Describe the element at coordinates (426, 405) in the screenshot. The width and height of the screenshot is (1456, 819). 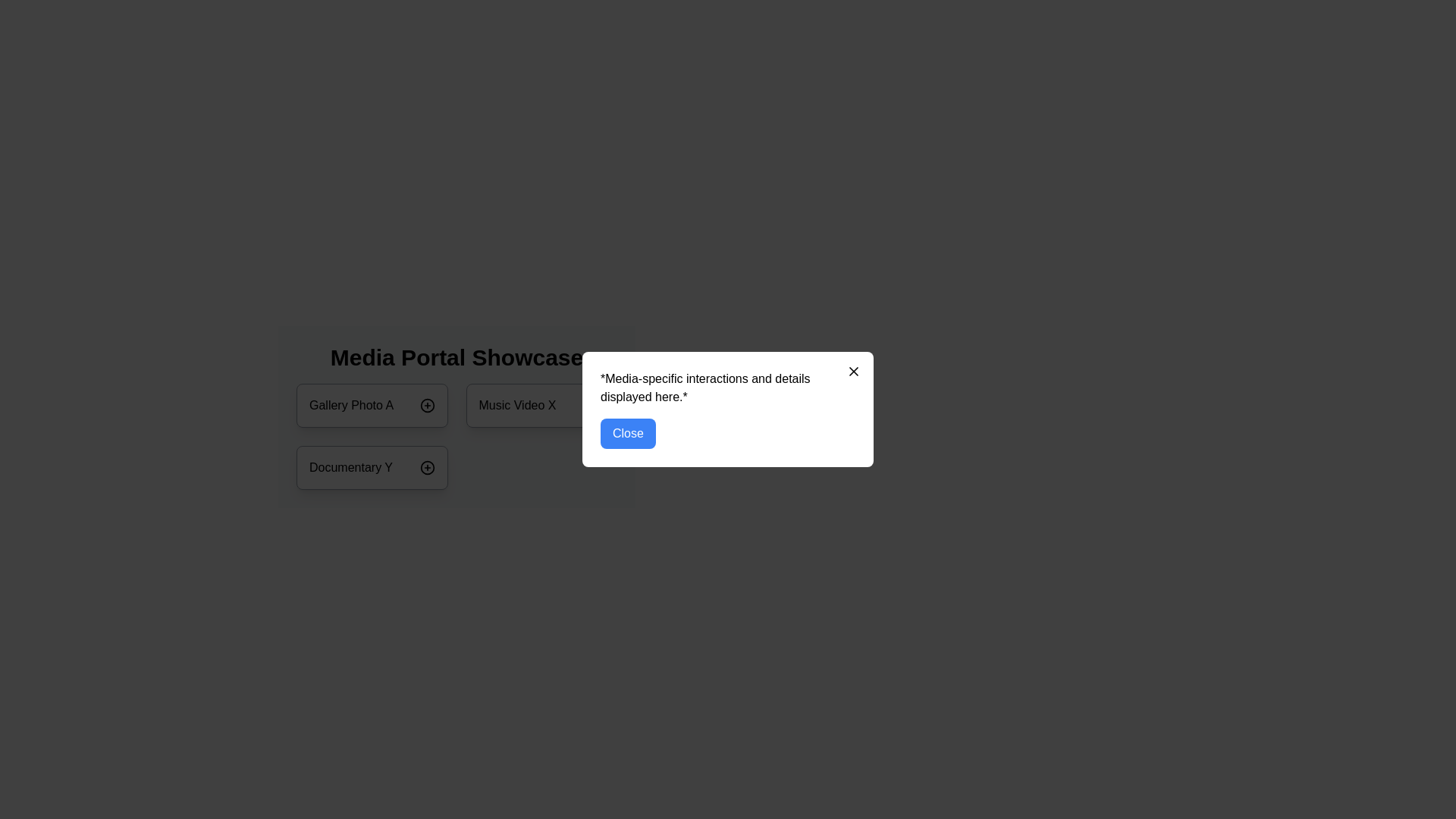
I see `the circular graphic located in the upper-right section of the button labeled 'Gallery Photo A' for further interaction` at that location.